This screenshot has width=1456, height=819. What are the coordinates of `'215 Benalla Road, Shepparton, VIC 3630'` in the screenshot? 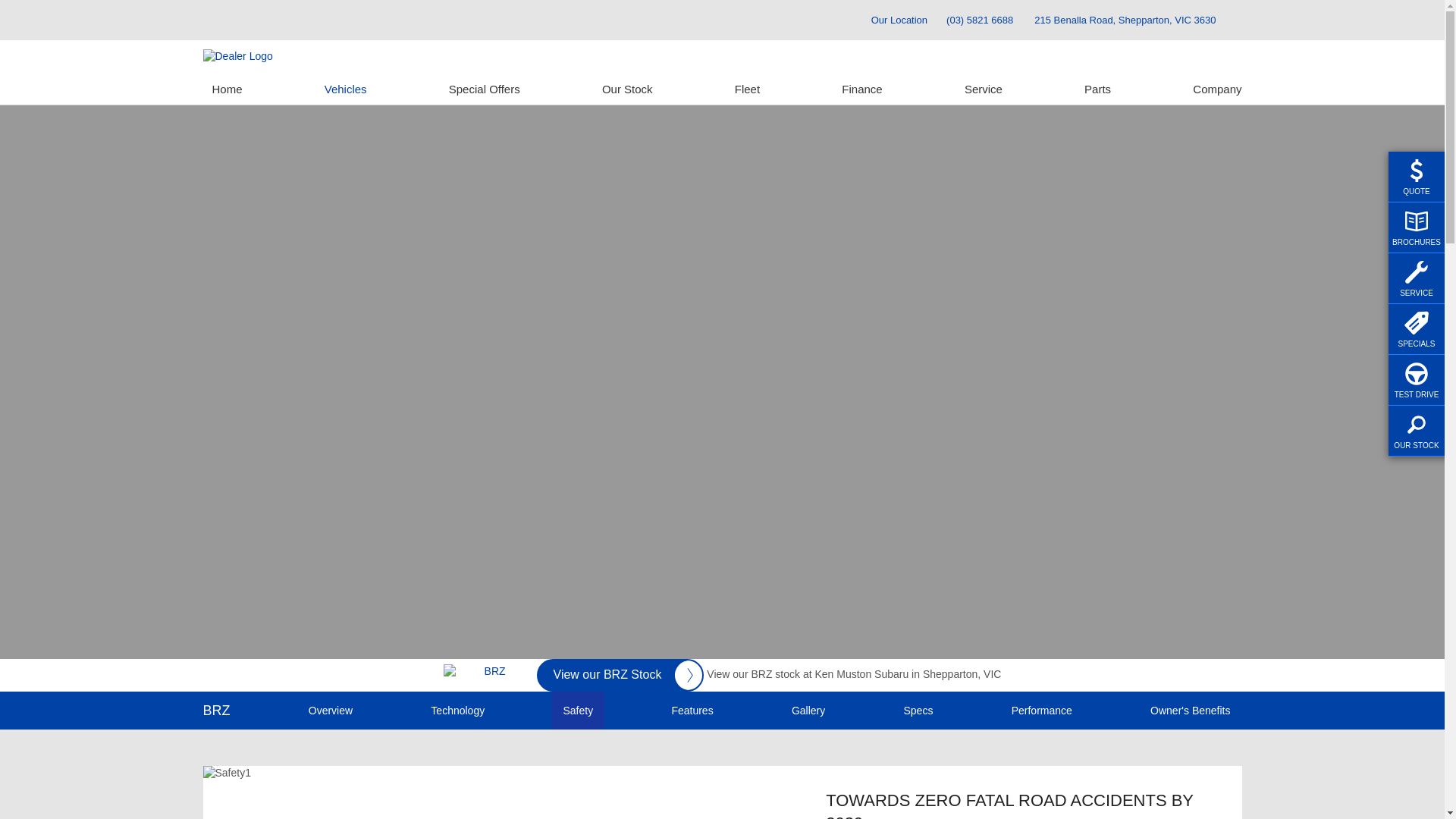 It's located at (1125, 20).